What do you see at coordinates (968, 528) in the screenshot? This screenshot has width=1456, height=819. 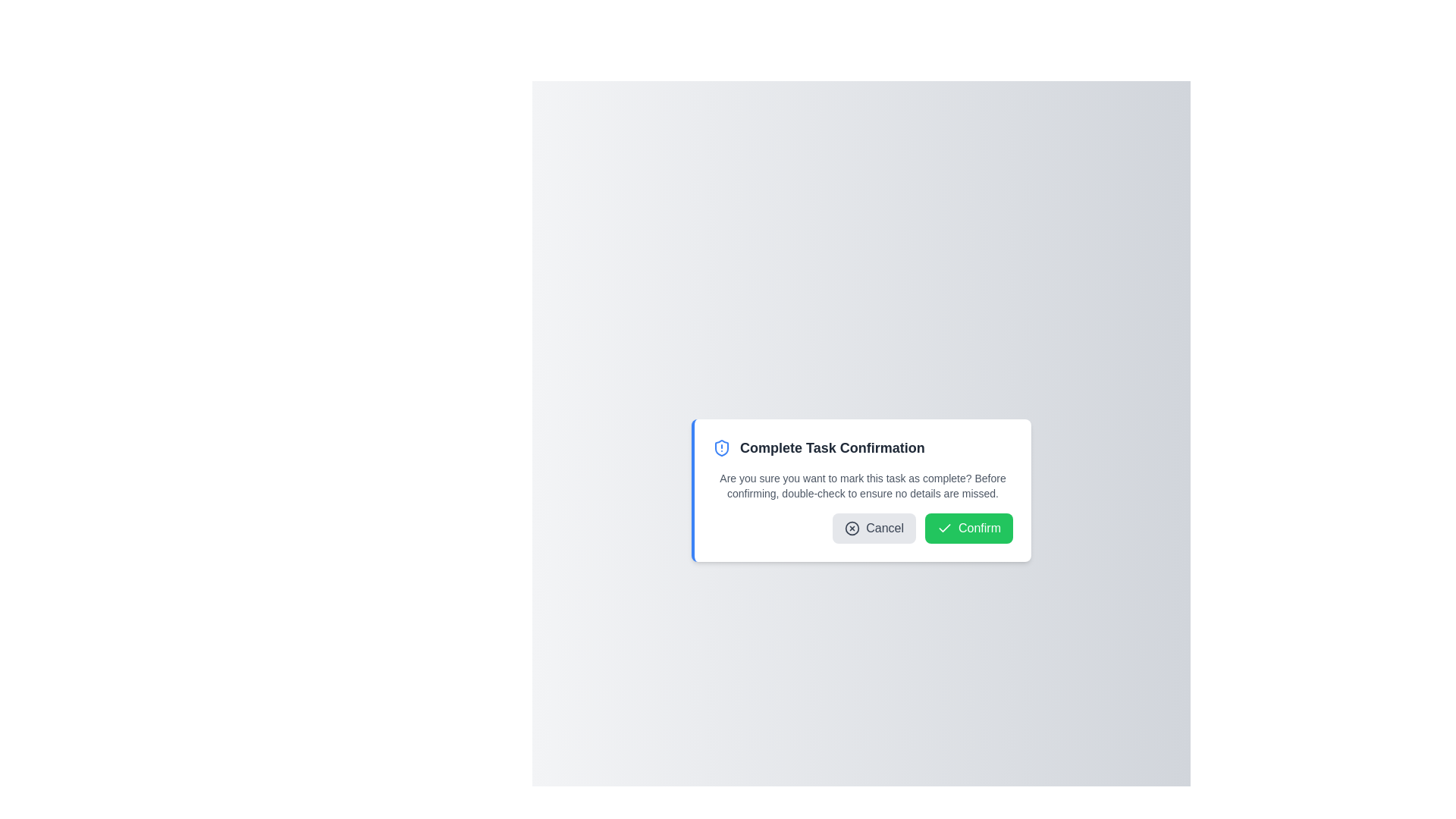 I see `the 'Confirm' button with a green background and white text, located at the bottom-right section of the modal dialog` at bounding box center [968, 528].